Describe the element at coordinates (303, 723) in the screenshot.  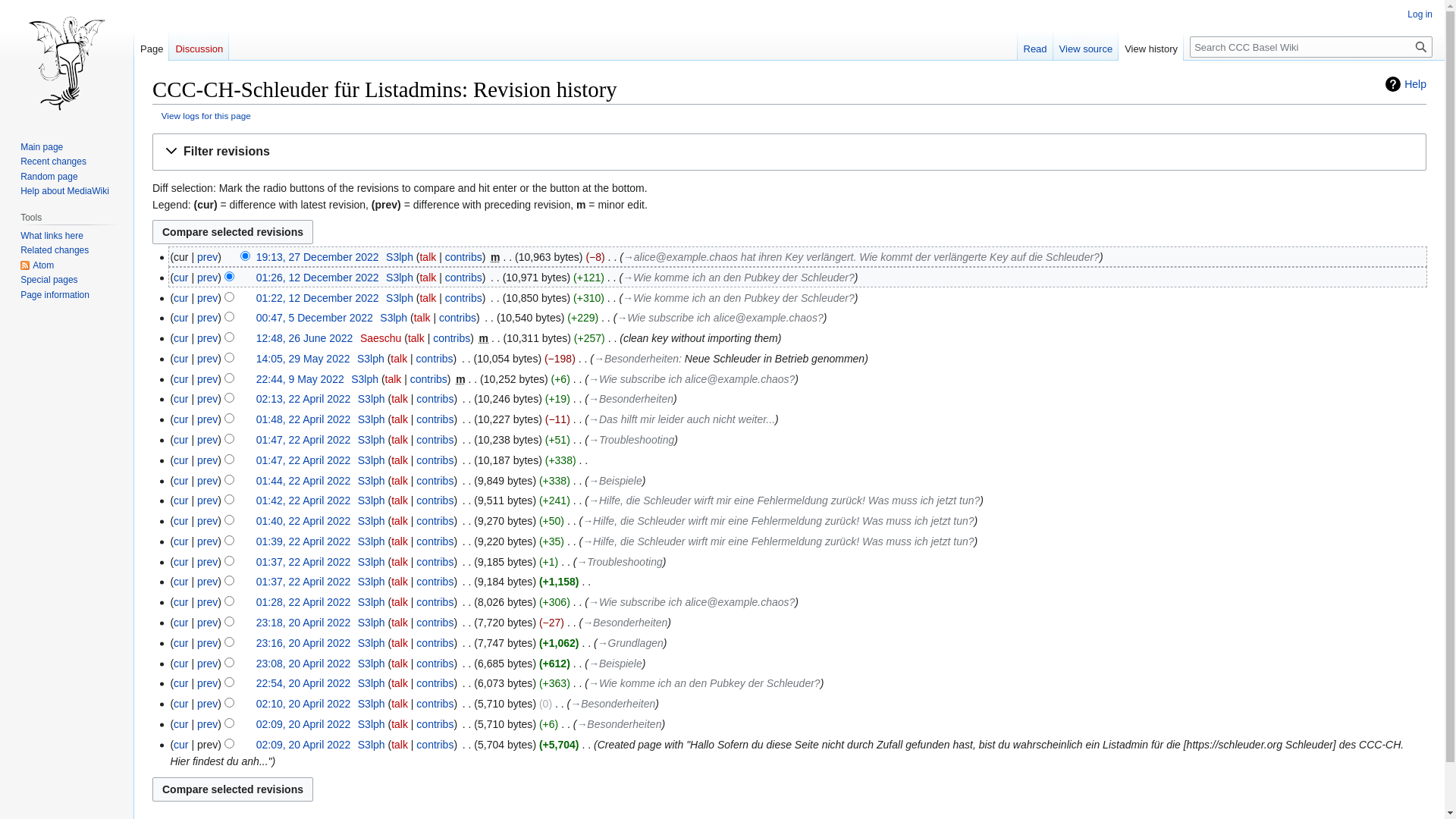
I see `'02:09, 20 April 2022'` at that location.